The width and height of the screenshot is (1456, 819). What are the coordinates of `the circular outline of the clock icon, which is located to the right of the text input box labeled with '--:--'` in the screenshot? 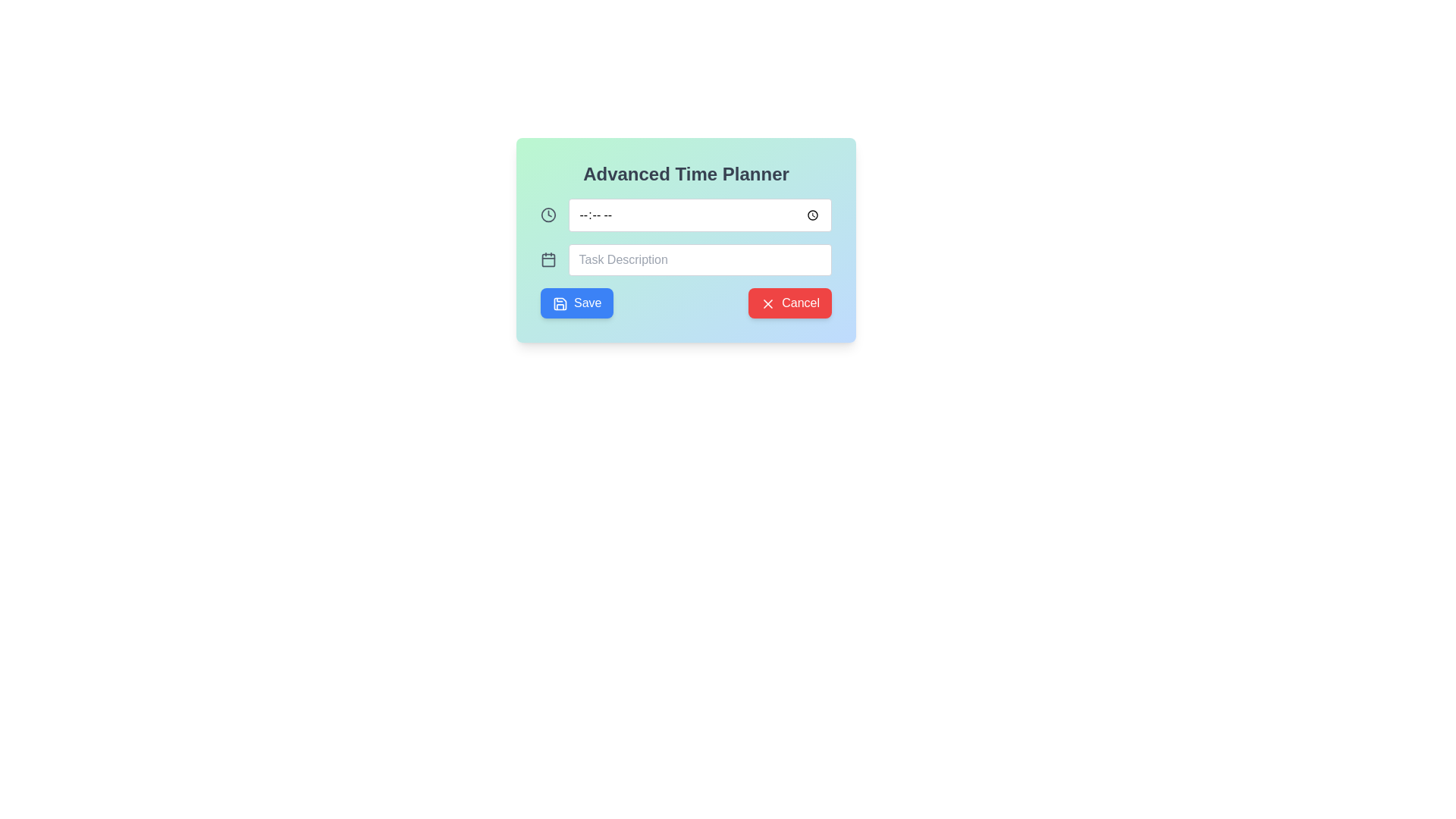 It's located at (548, 215).